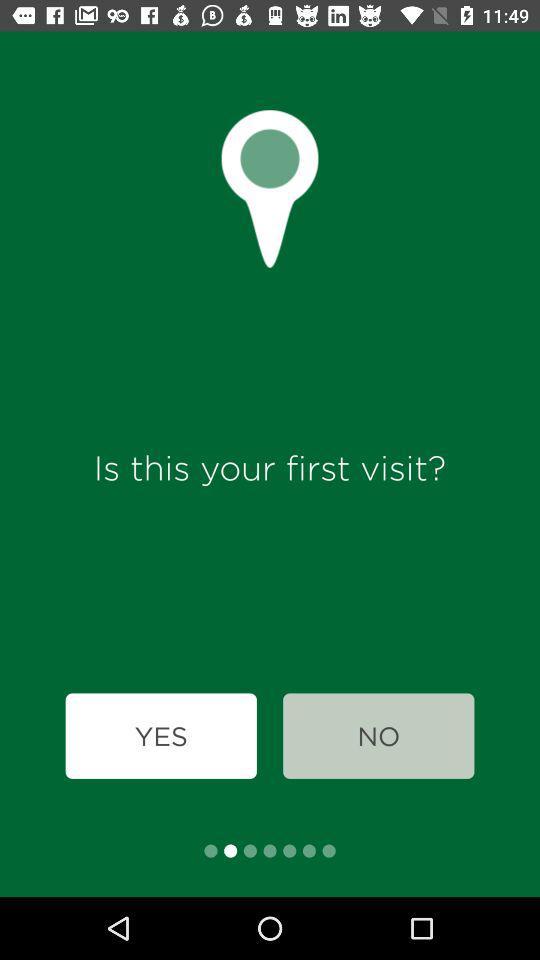 This screenshot has height=960, width=540. I want to click on item to the right of the yes icon, so click(378, 735).